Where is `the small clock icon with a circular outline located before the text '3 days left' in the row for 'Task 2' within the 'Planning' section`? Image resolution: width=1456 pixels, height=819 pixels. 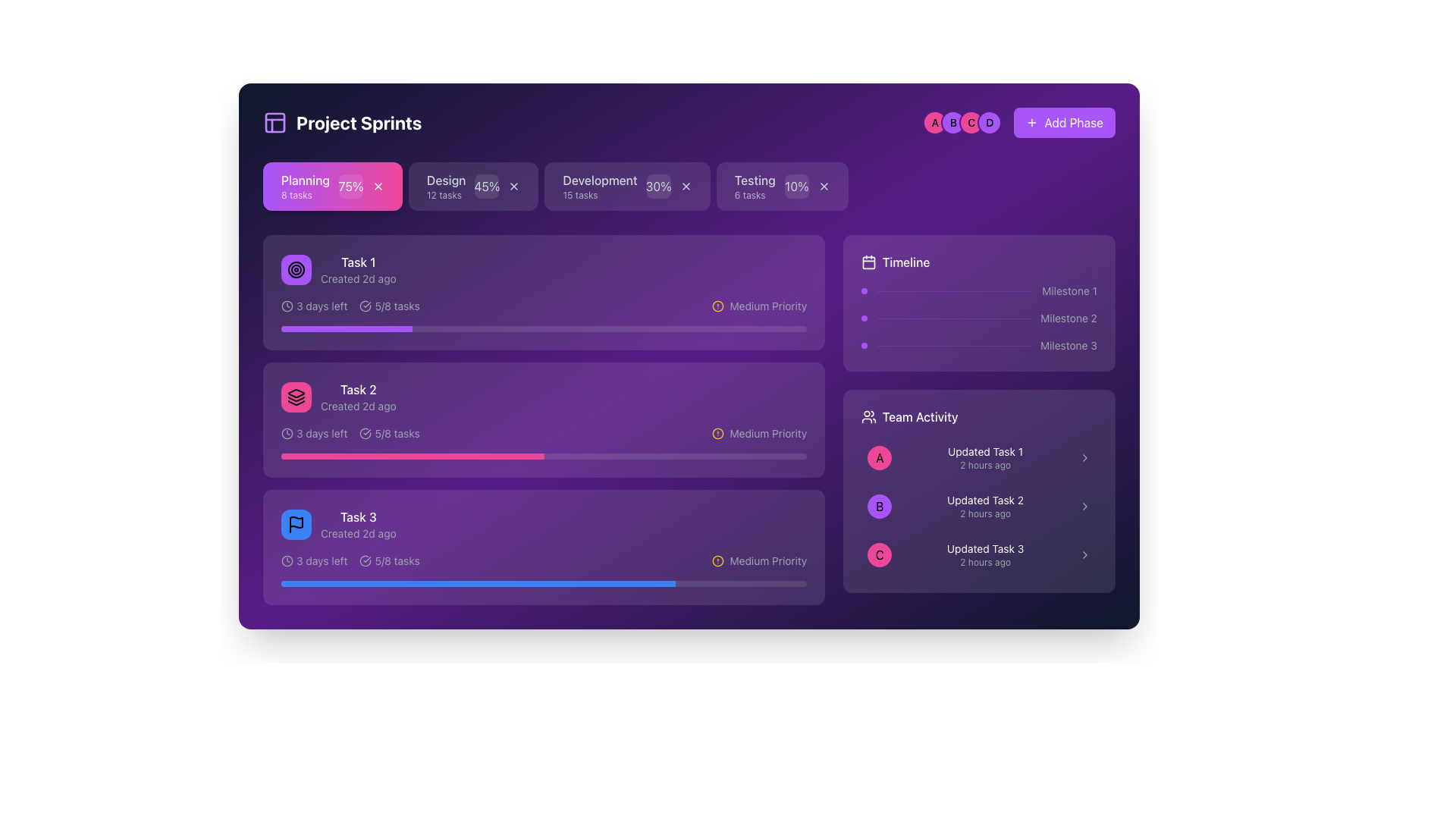
the small clock icon with a circular outline located before the text '3 days left' in the row for 'Task 2' within the 'Planning' section is located at coordinates (287, 433).